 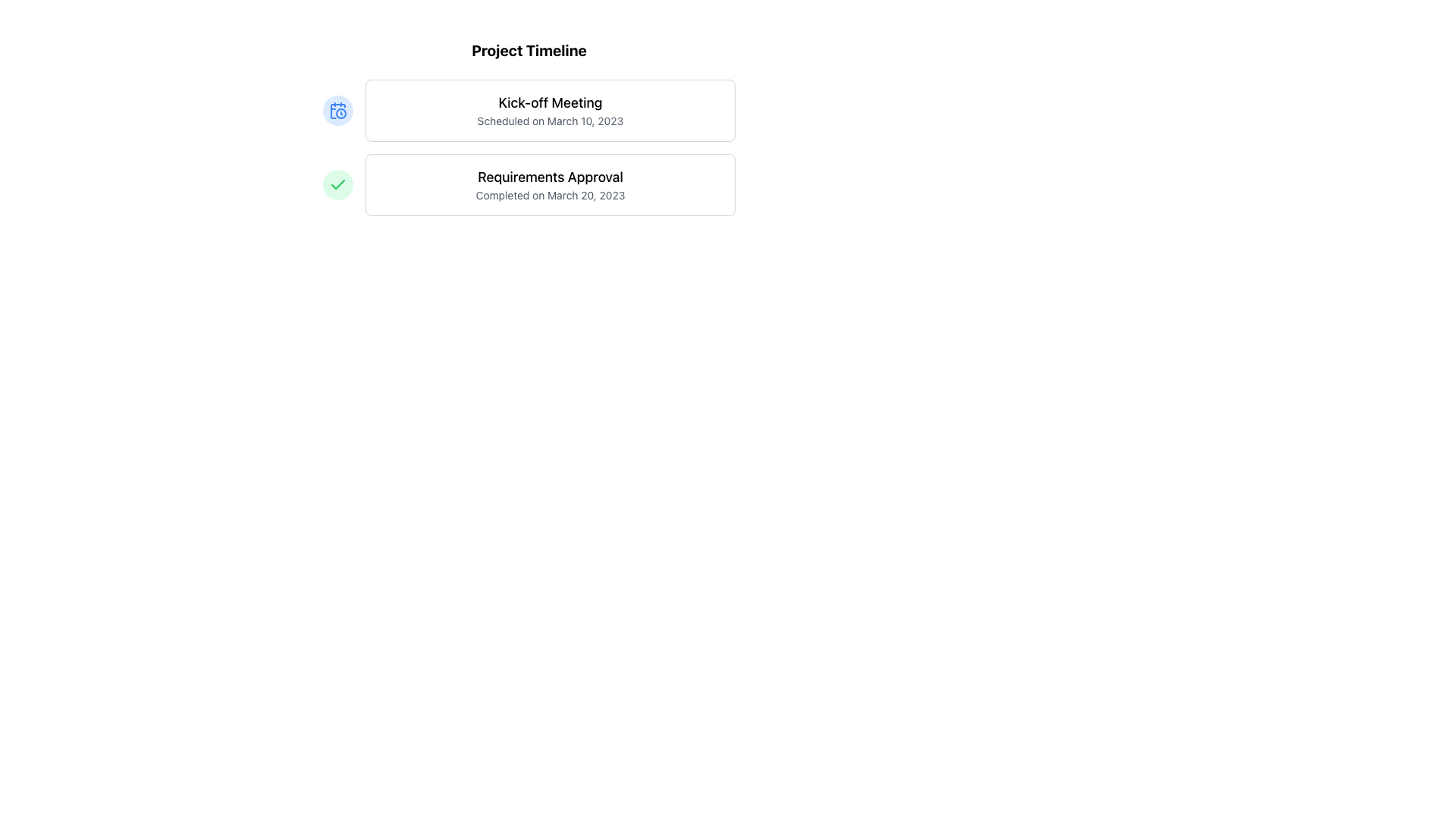 I want to click on contents of the Text Label that provides additional information about the completion date of the 'Requirements Approval' milestone, positioned below the title in the timeline interface, so click(x=549, y=195).